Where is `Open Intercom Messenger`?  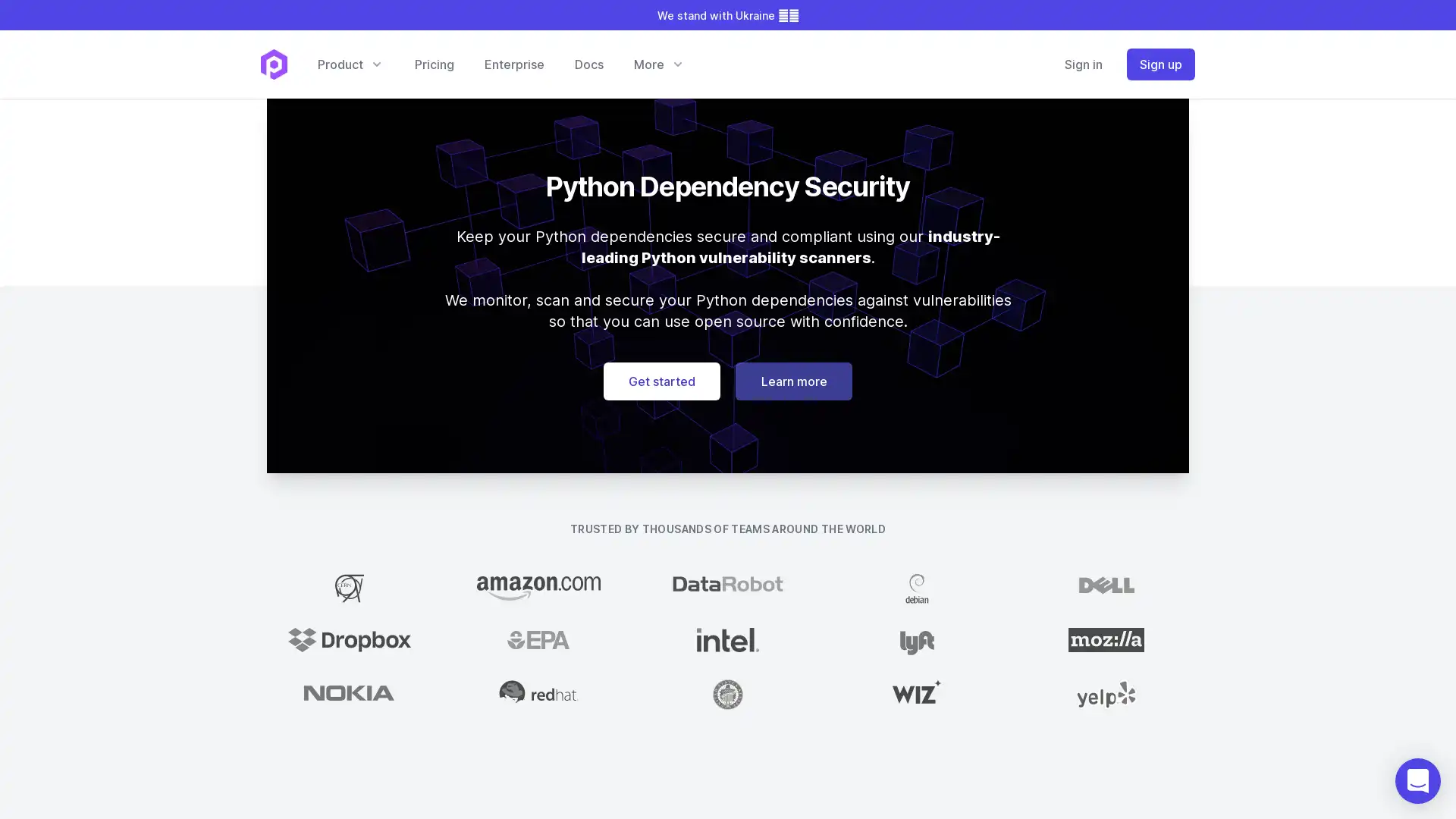
Open Intercom Messenger is located at coordinates (1417, 780).